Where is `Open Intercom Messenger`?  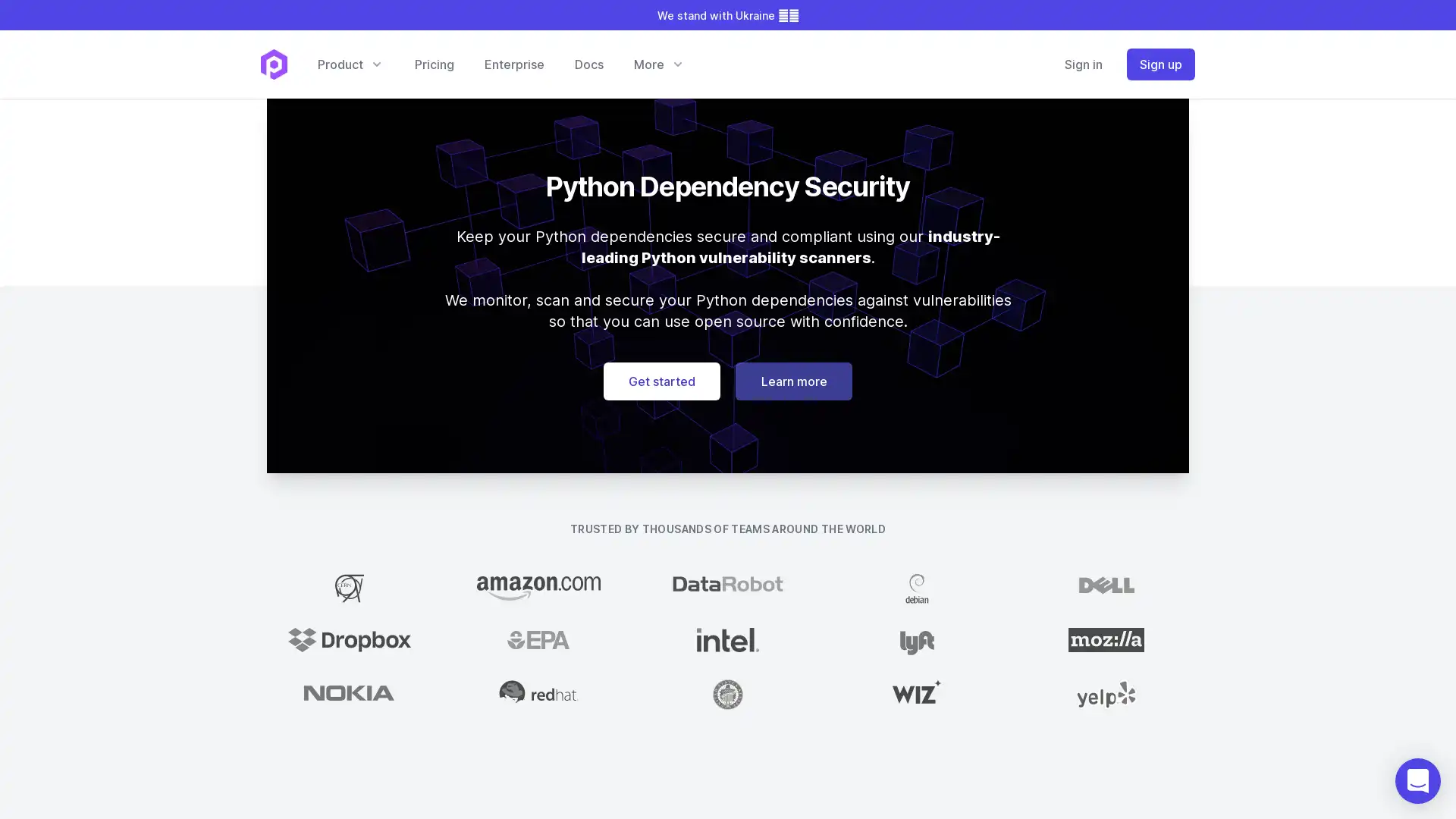
Open Intercom Messenger is located at coordinates (1417, 780).